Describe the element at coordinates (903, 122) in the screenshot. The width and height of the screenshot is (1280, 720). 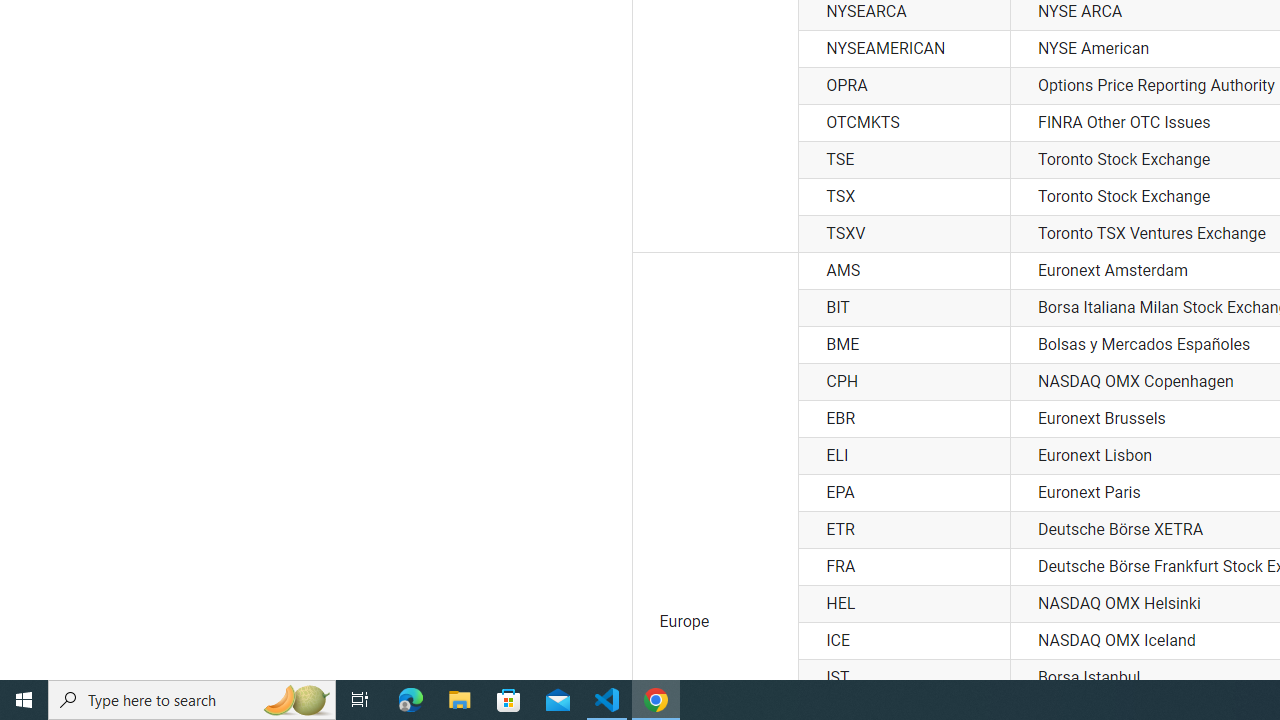
I see `'OTCMKTS'` at that location.